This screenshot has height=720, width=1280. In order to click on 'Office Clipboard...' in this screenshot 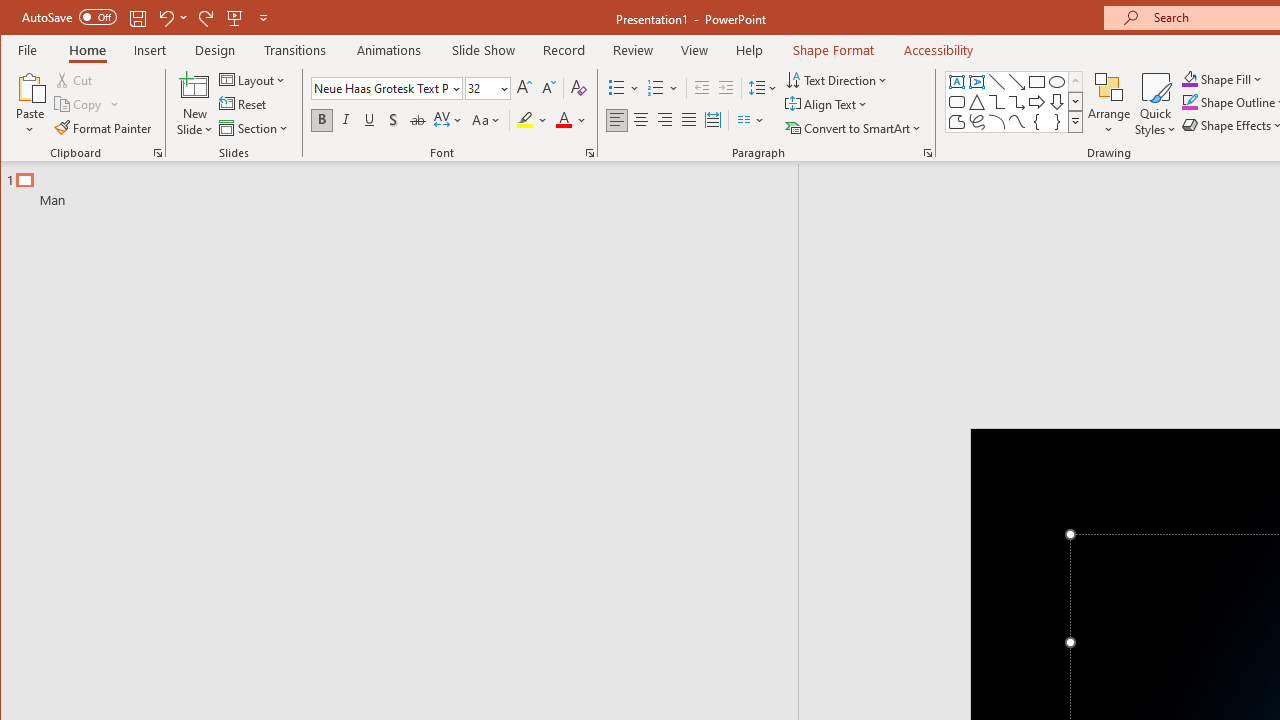, I will do `click(157, 152)`.